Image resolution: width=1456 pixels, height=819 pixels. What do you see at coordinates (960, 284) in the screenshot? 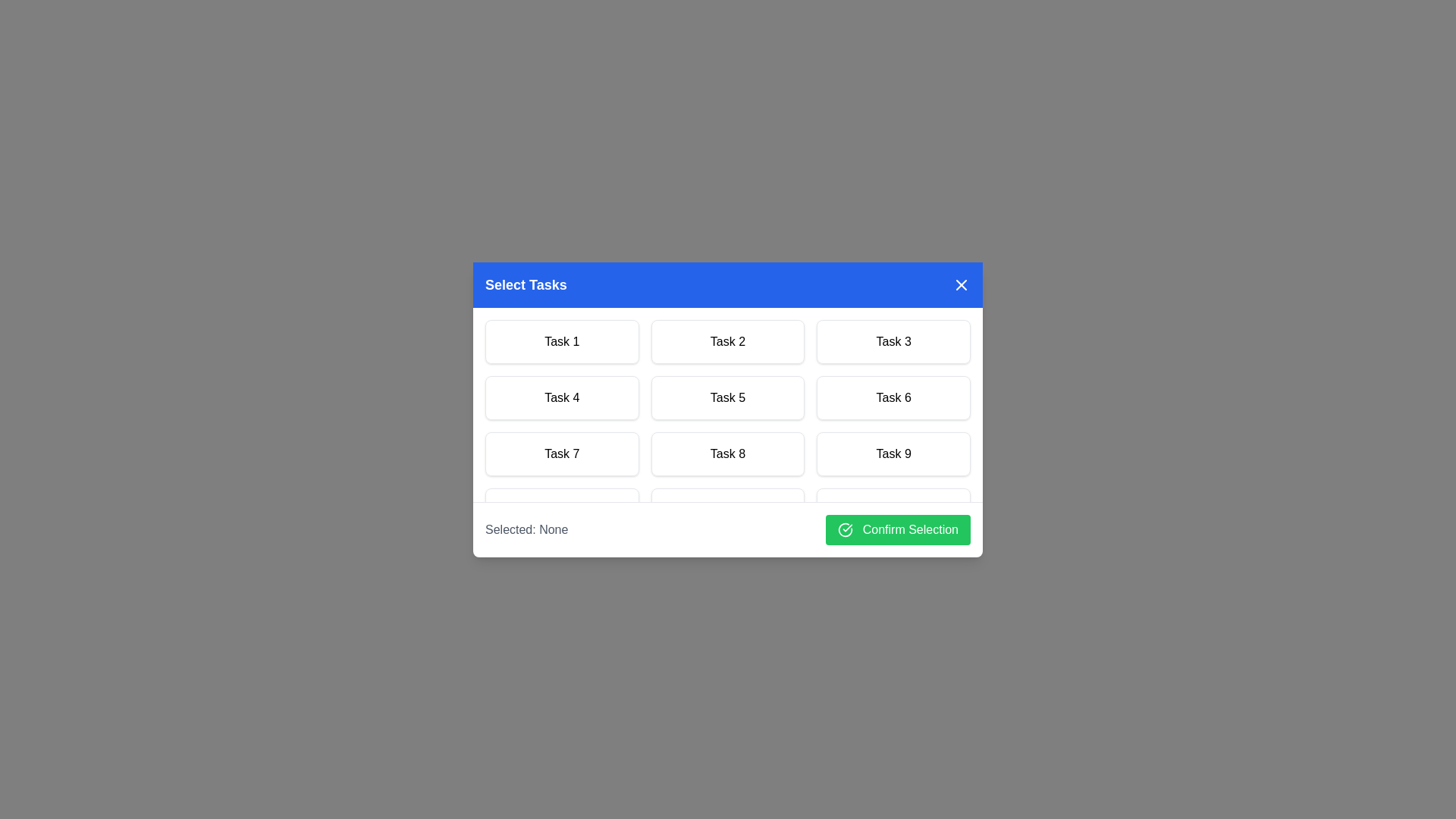
I see `the close button in the dialog header to toggle its visibility` at bounding box center [960, 284].